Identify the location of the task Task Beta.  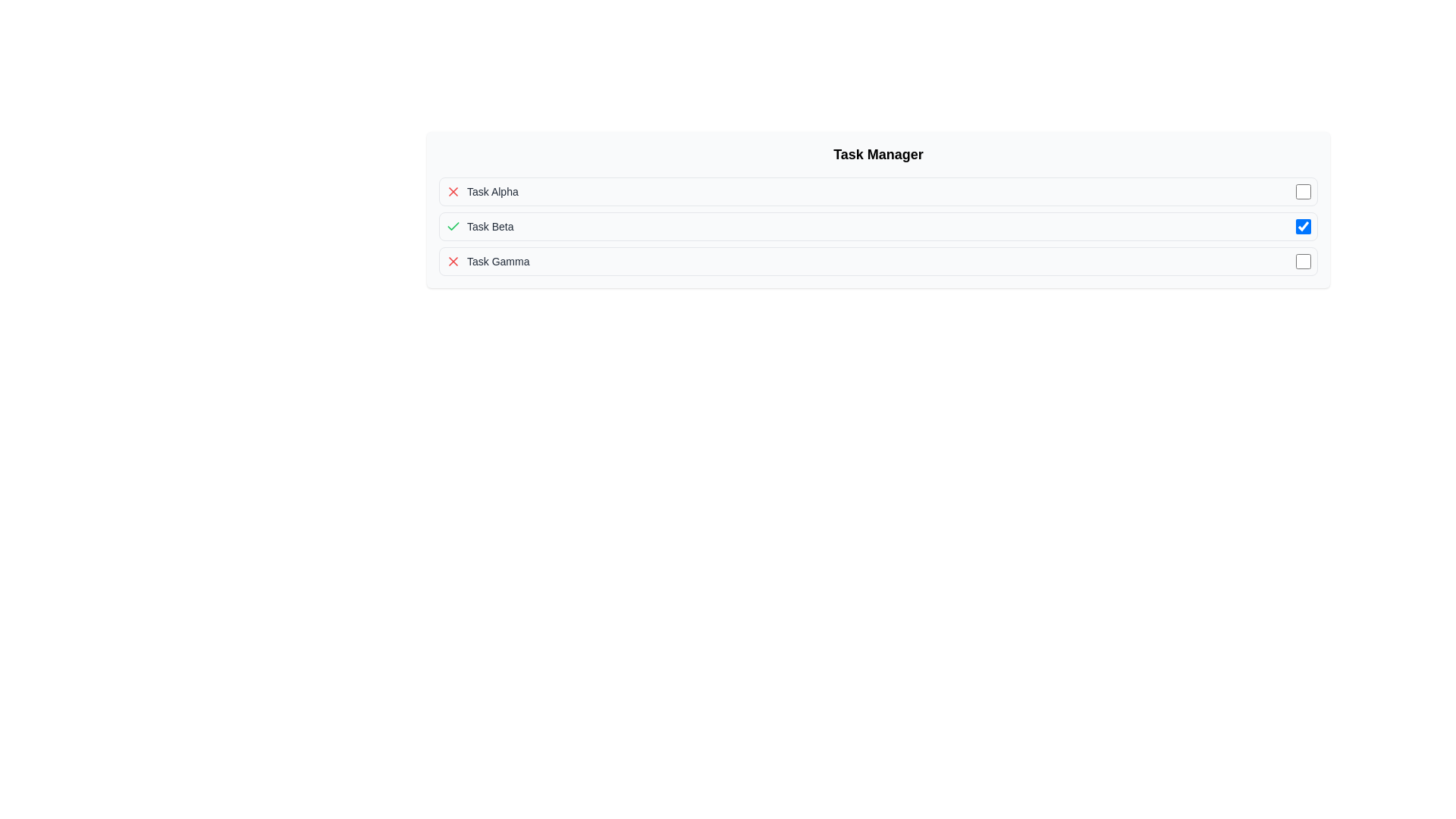
(878, 227).